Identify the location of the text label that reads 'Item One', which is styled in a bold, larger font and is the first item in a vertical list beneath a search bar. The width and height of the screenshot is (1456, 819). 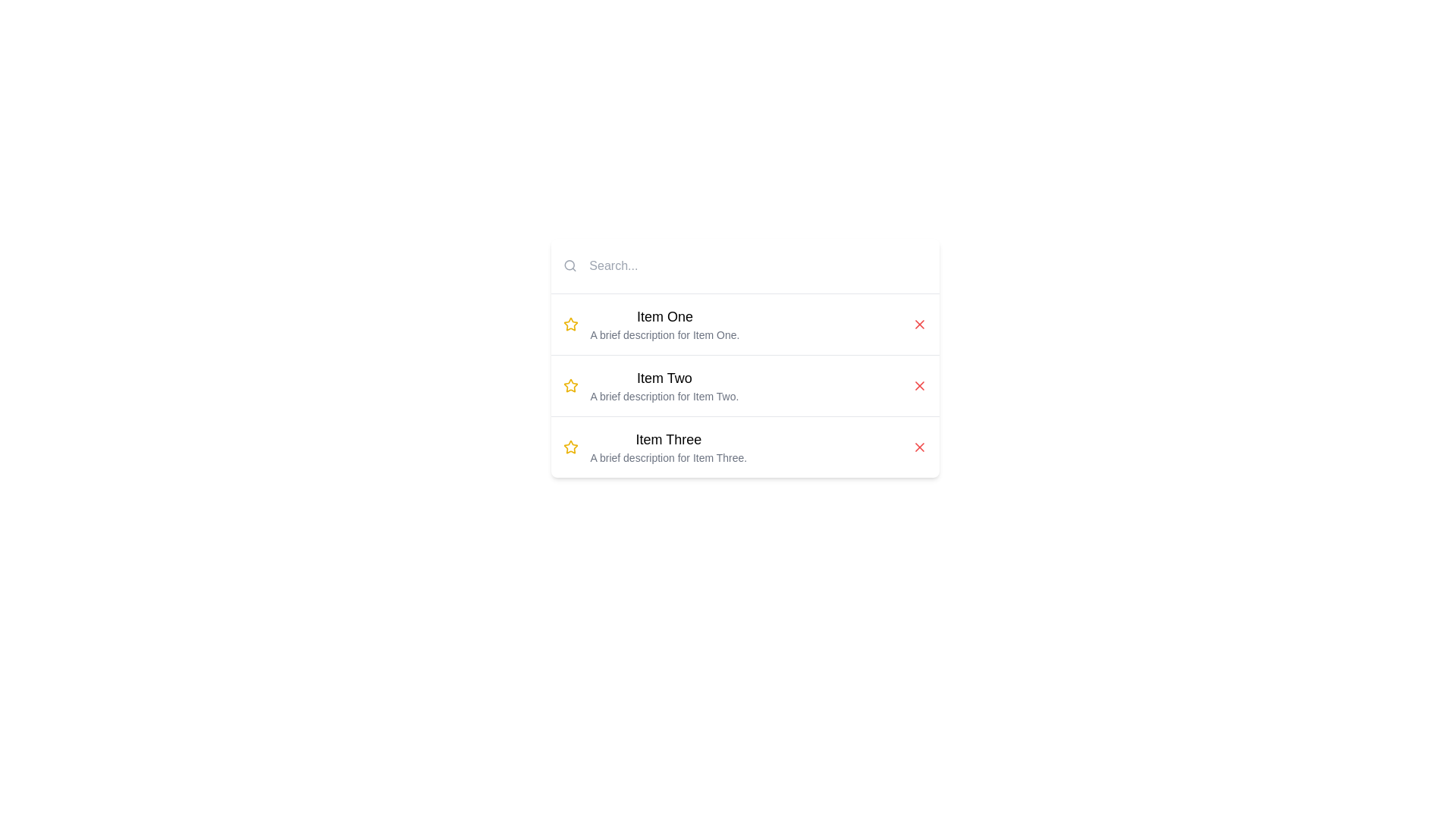
(664, 315).